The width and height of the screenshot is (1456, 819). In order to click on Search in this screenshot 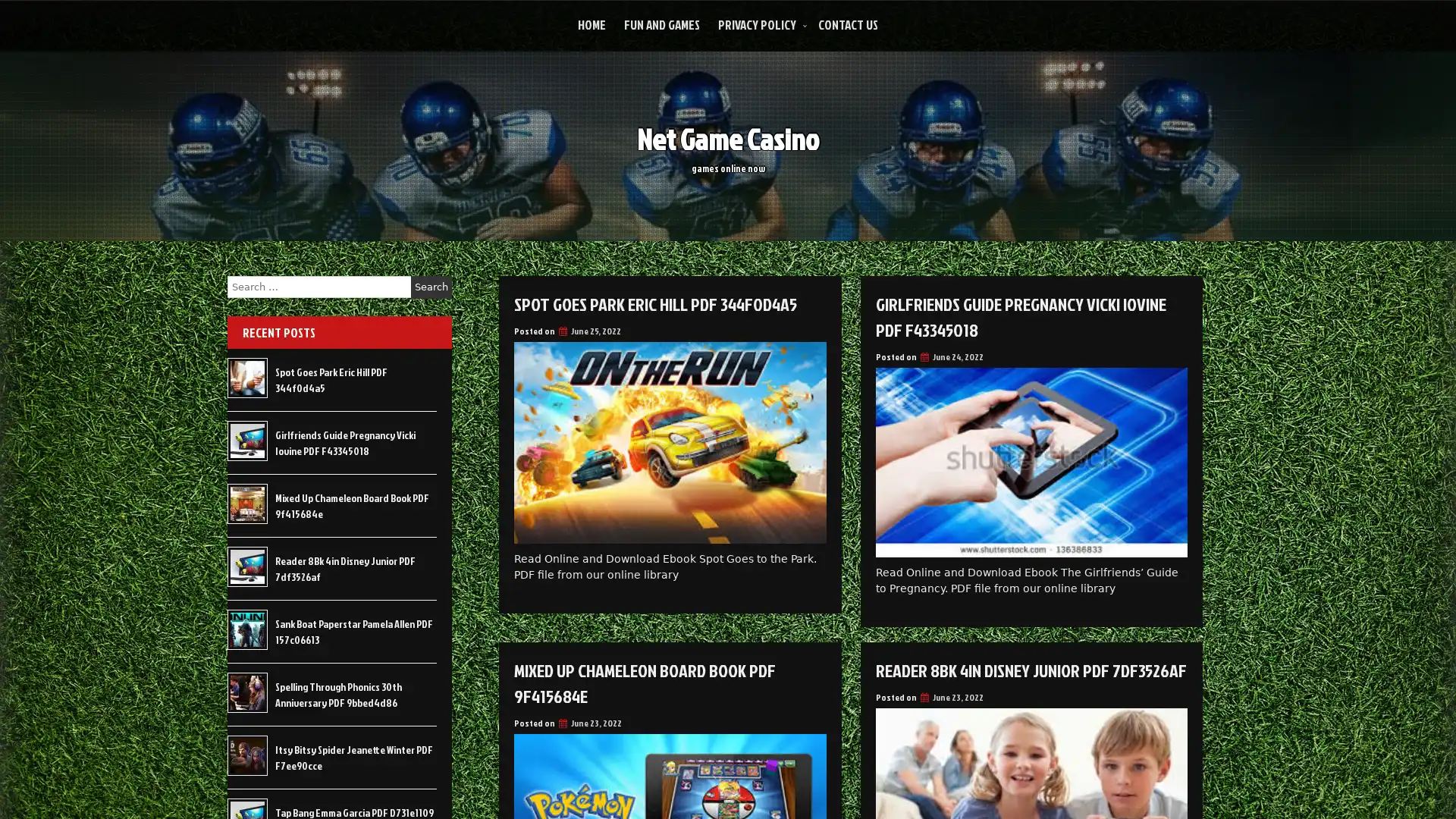, I will do `click(431, 287)`.